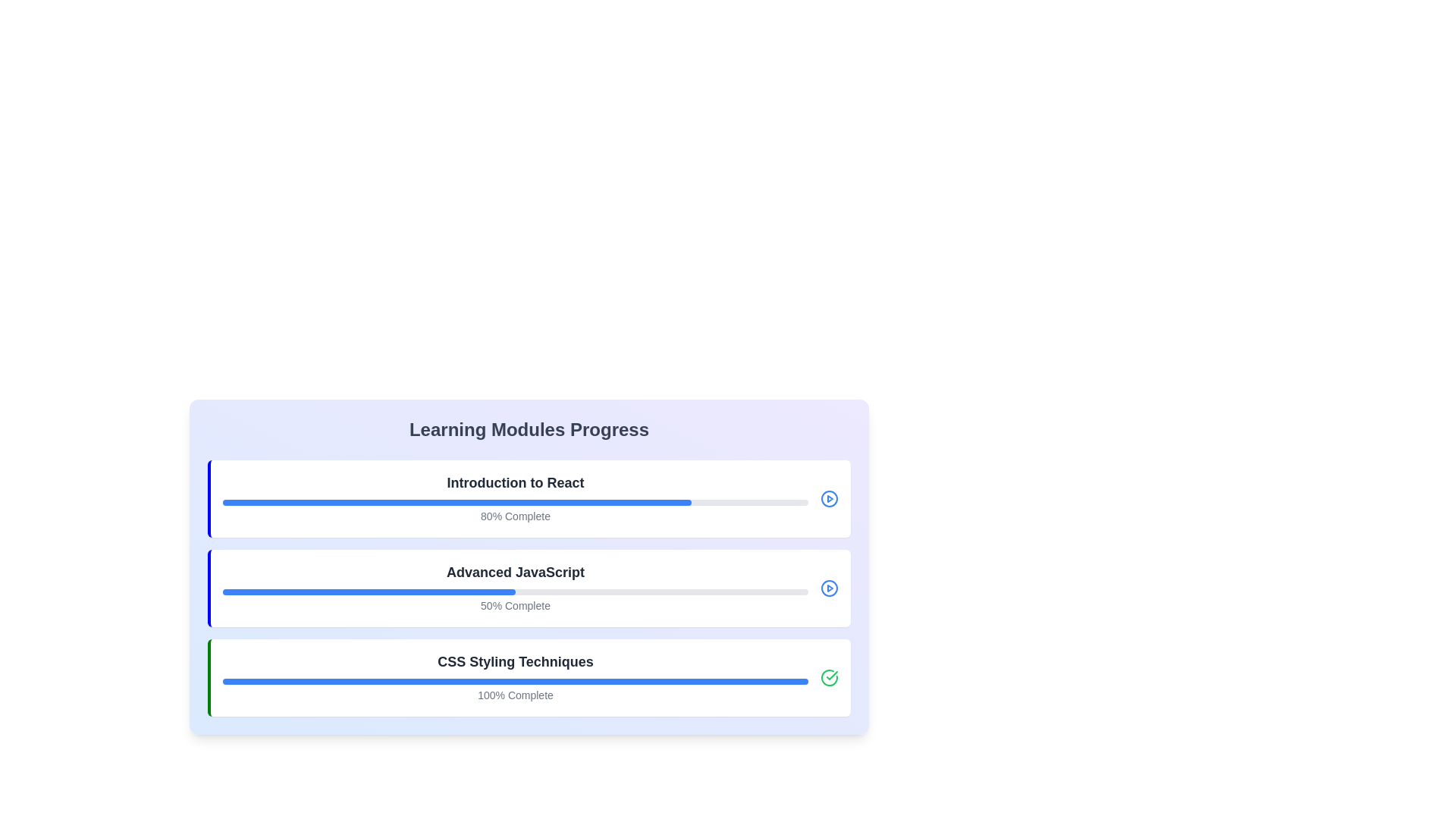 This screenshot has height=819, width=1456. What do you see at coordinates (516, 516) in the screenshot?
I see `the text label displaying '80% Complete' located below the progress bar in the 'Introduction to React' module` at bounding box center [516, 516].